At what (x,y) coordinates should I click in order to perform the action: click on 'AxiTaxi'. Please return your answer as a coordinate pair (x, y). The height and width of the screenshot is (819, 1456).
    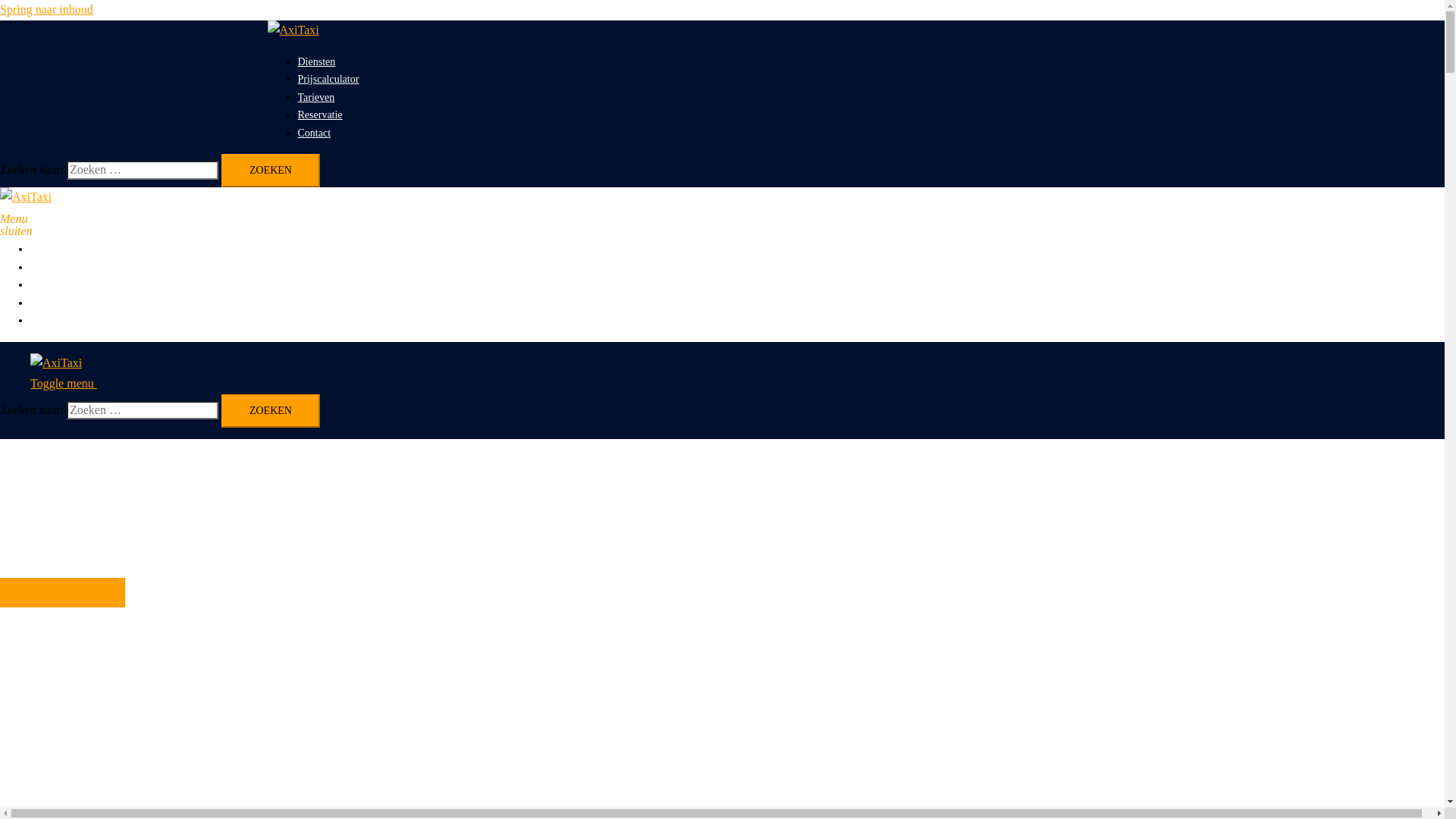
    Looking at the image, I should click on (0, 196).